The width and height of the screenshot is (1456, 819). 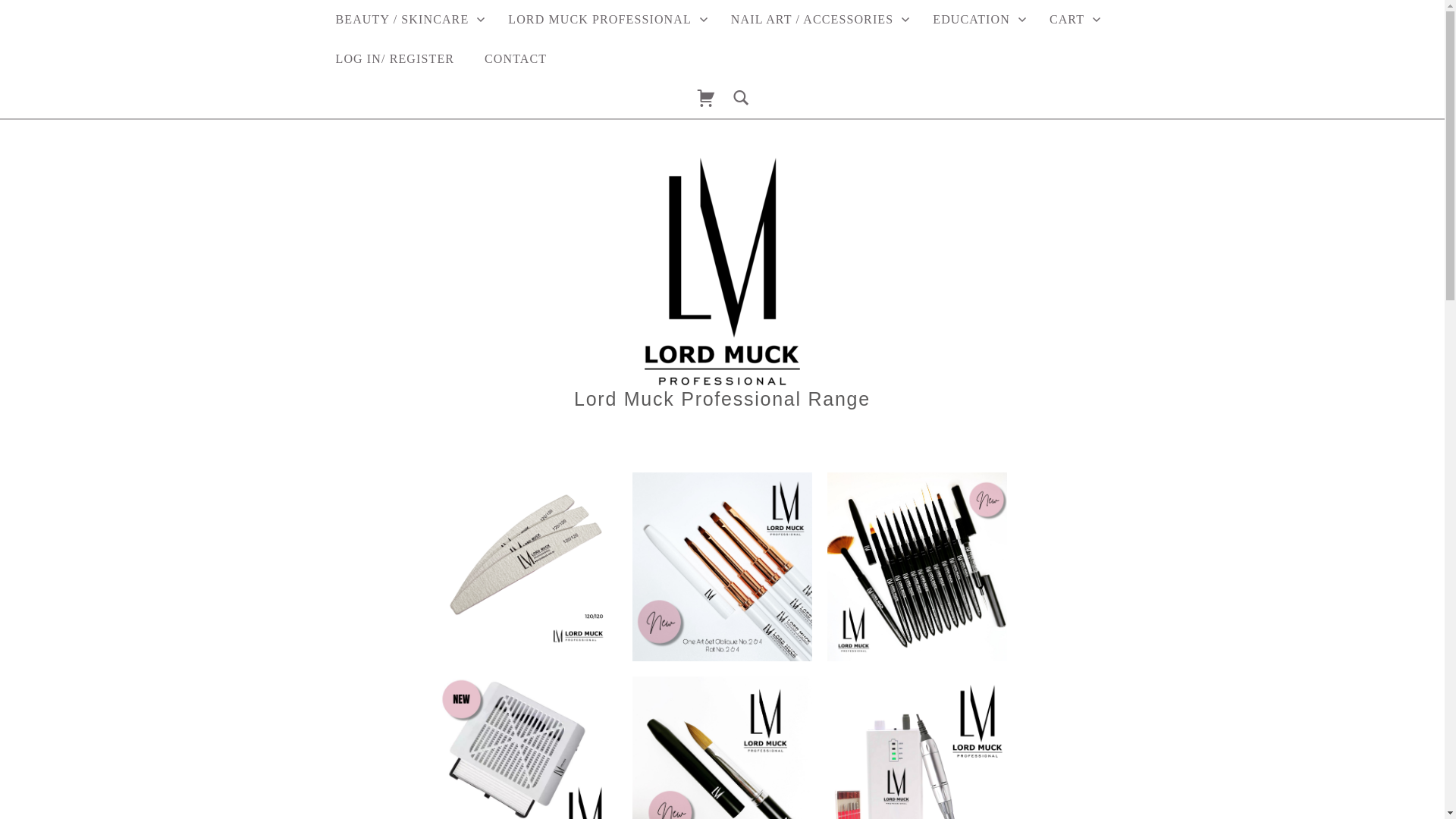 What do you see at coordinates (720, 271) in the screenshot?
I see `'1. Prof Logo - black'` at bounding box center [720, 271].